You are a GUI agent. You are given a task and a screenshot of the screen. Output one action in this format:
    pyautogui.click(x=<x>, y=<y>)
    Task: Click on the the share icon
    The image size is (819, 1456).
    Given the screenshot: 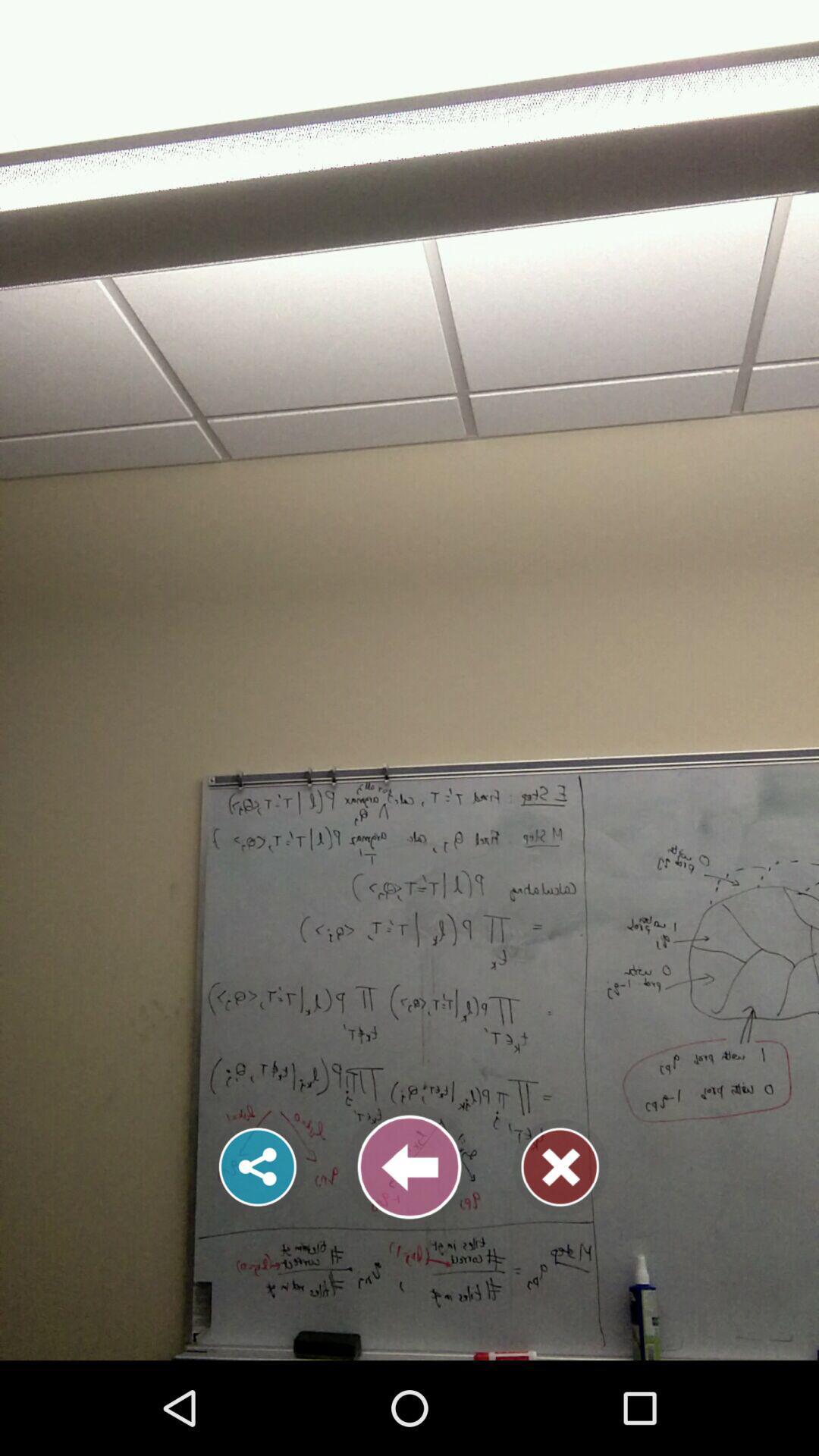 What is the action you would take?
    pyautogui.click(x=257, y=1166)
    